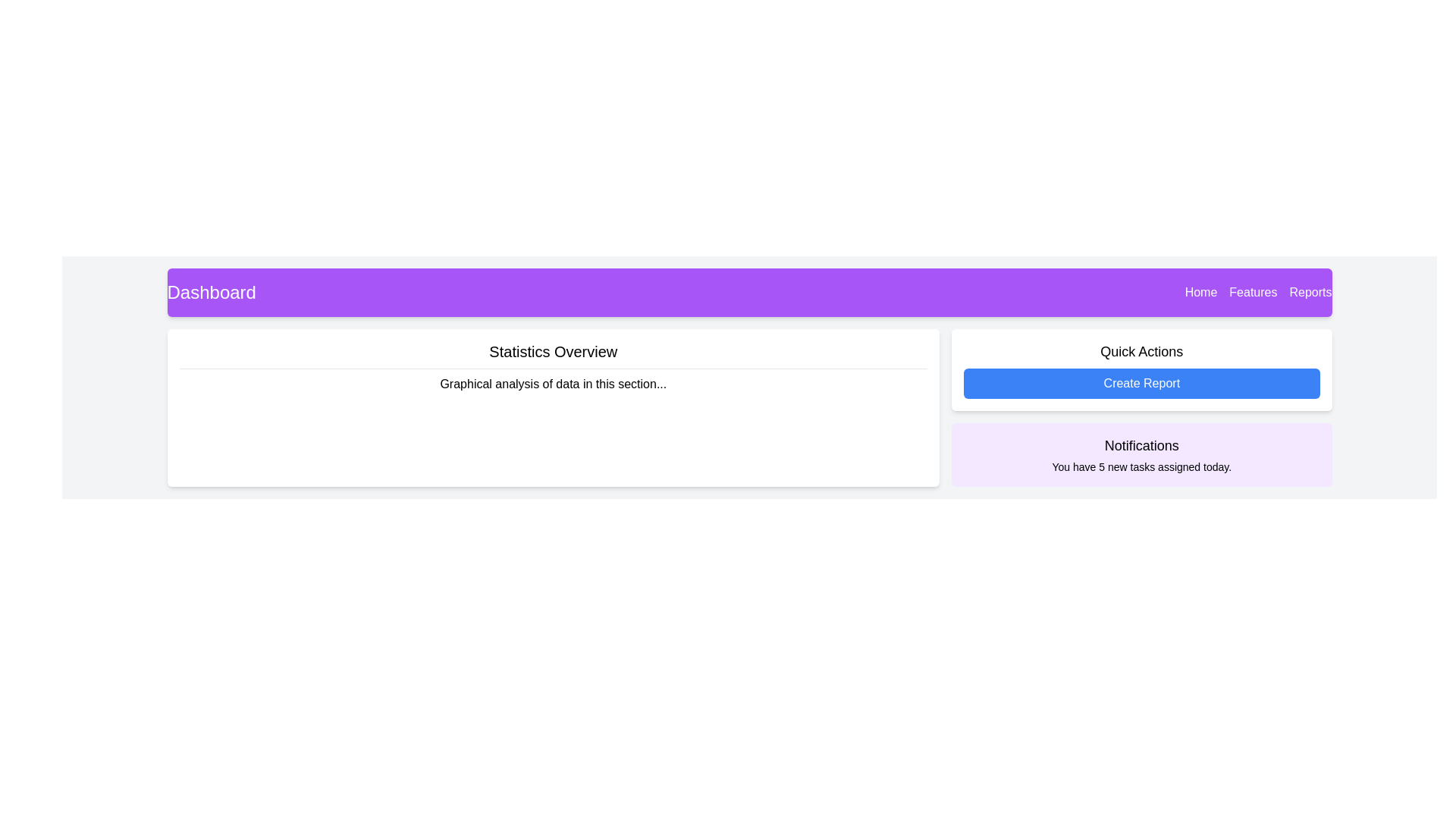 The image size is (1456, 819). Describe the element at coordinates (1141, 382) in the screenshot. I see `the 'Create Report' button located in the 'Quick Actions' section, which is the second button beneath the title 'Quick Actions'` at that location.